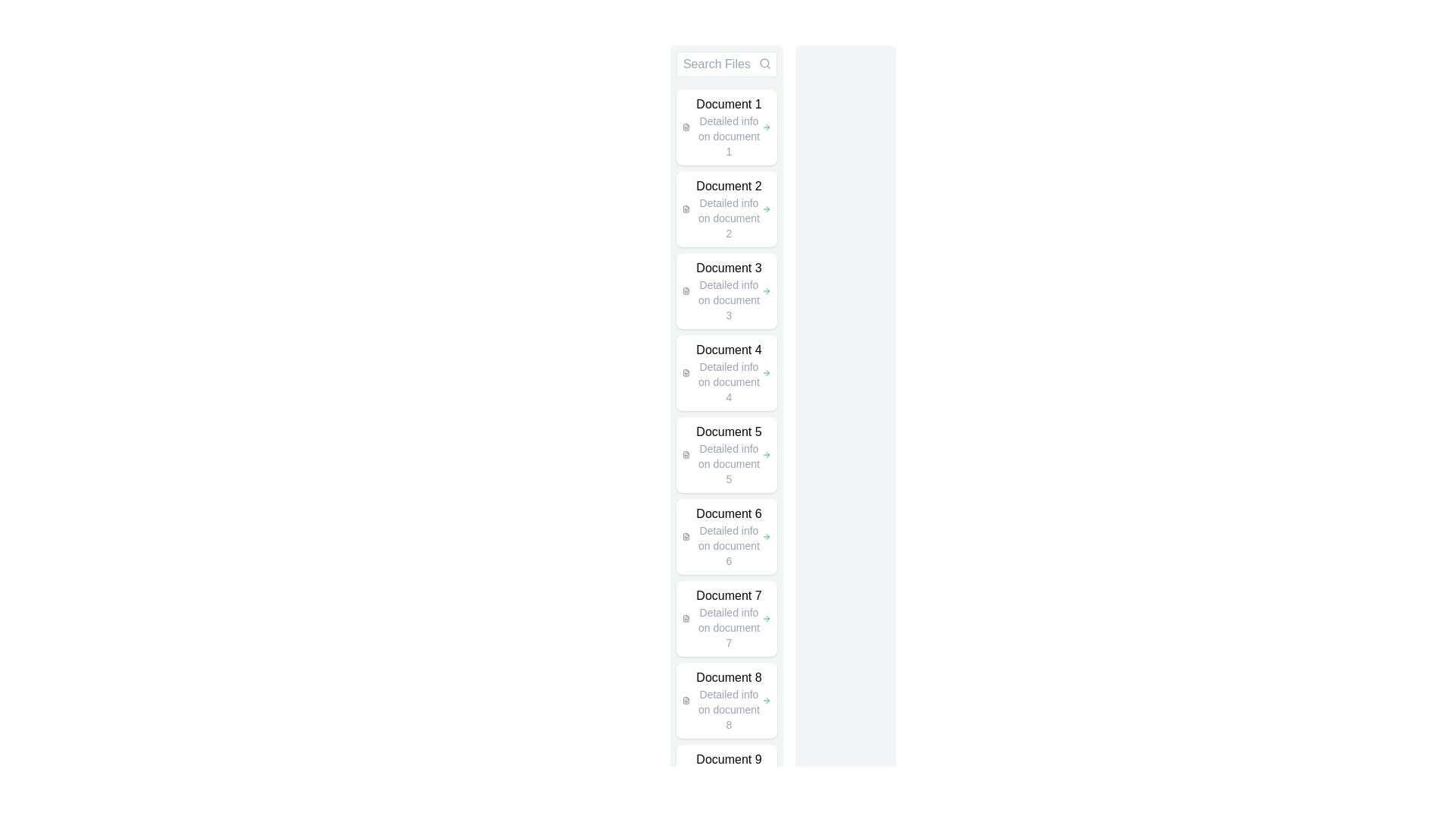 The image size is (1456, 819). I want to click on the list item representing 'Document 1' located at the top of the vertical list in the left panel, so click(729, 127).